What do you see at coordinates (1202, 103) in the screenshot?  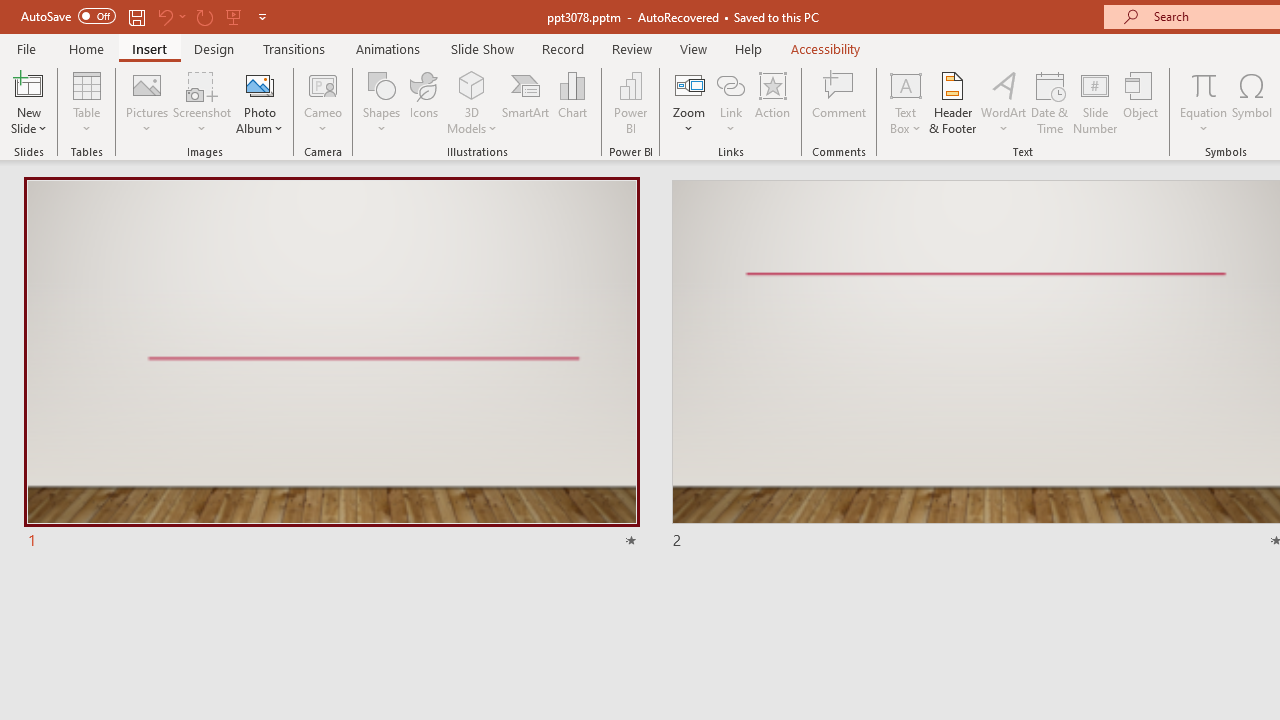 I see `'Equation'` at bounding box center [1202, 103].